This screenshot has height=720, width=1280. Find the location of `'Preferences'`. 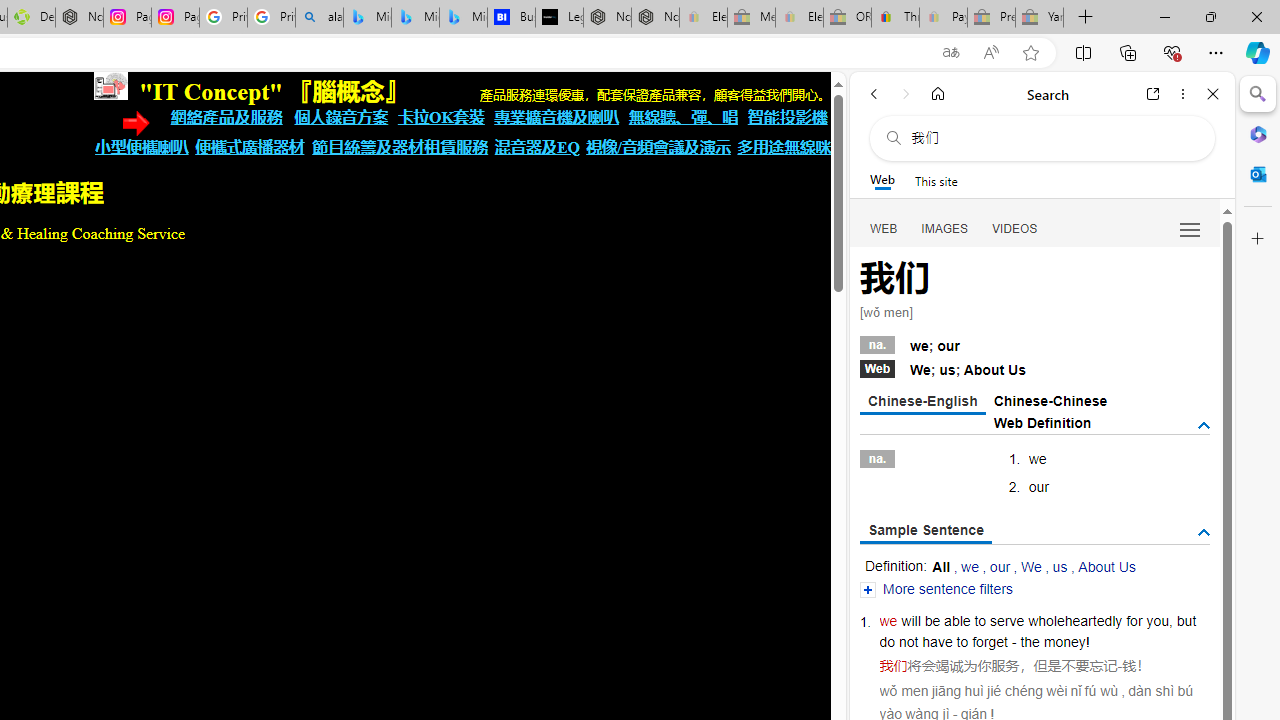

'Preferences' is located at coordinates (1189, 227).